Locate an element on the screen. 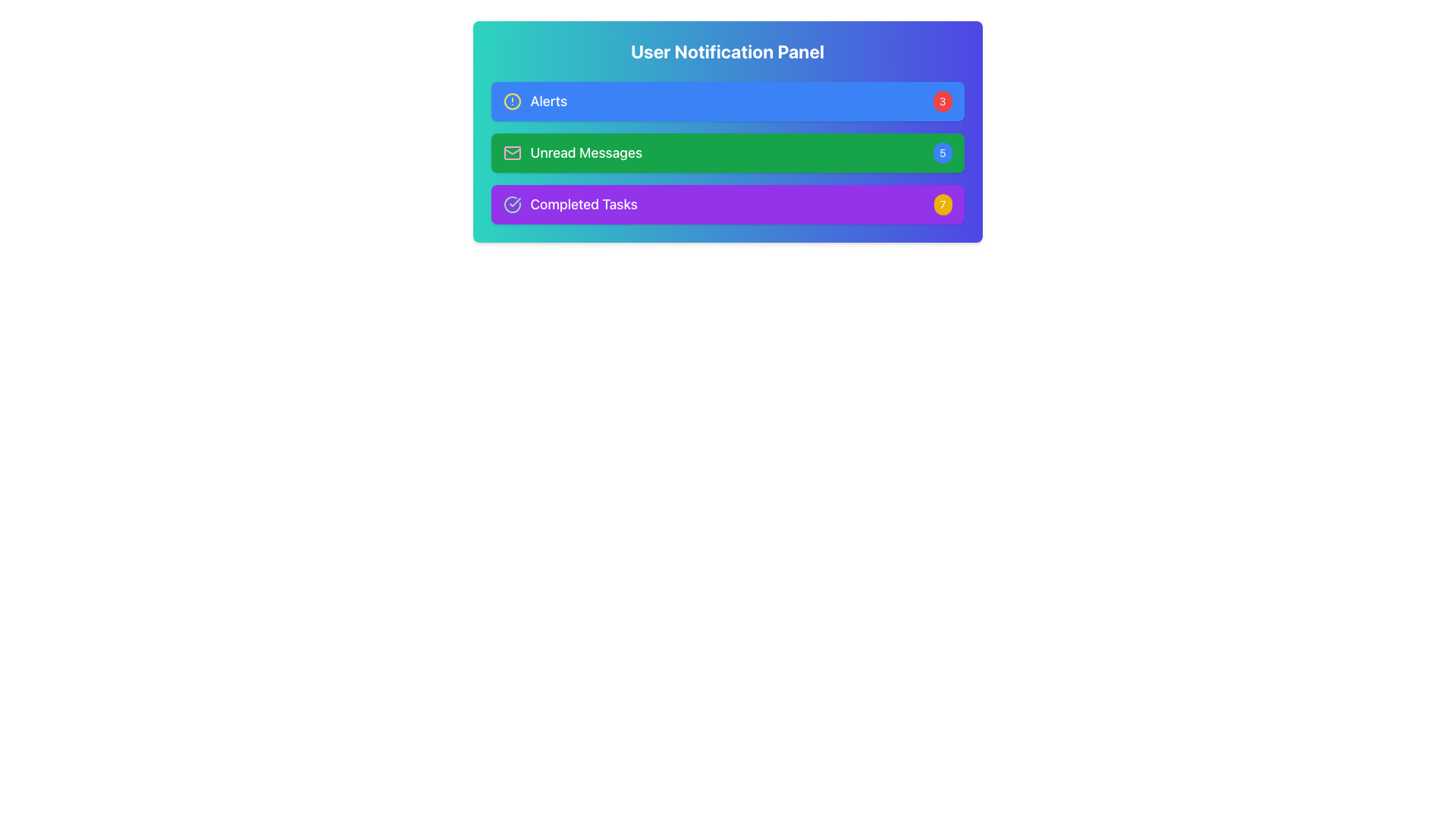 This screenshot has height=819, width=1456. the decorative SVG circle component located in the notification panel, adjacent to the 'Alerts' label is located at coordinates (512, 102).